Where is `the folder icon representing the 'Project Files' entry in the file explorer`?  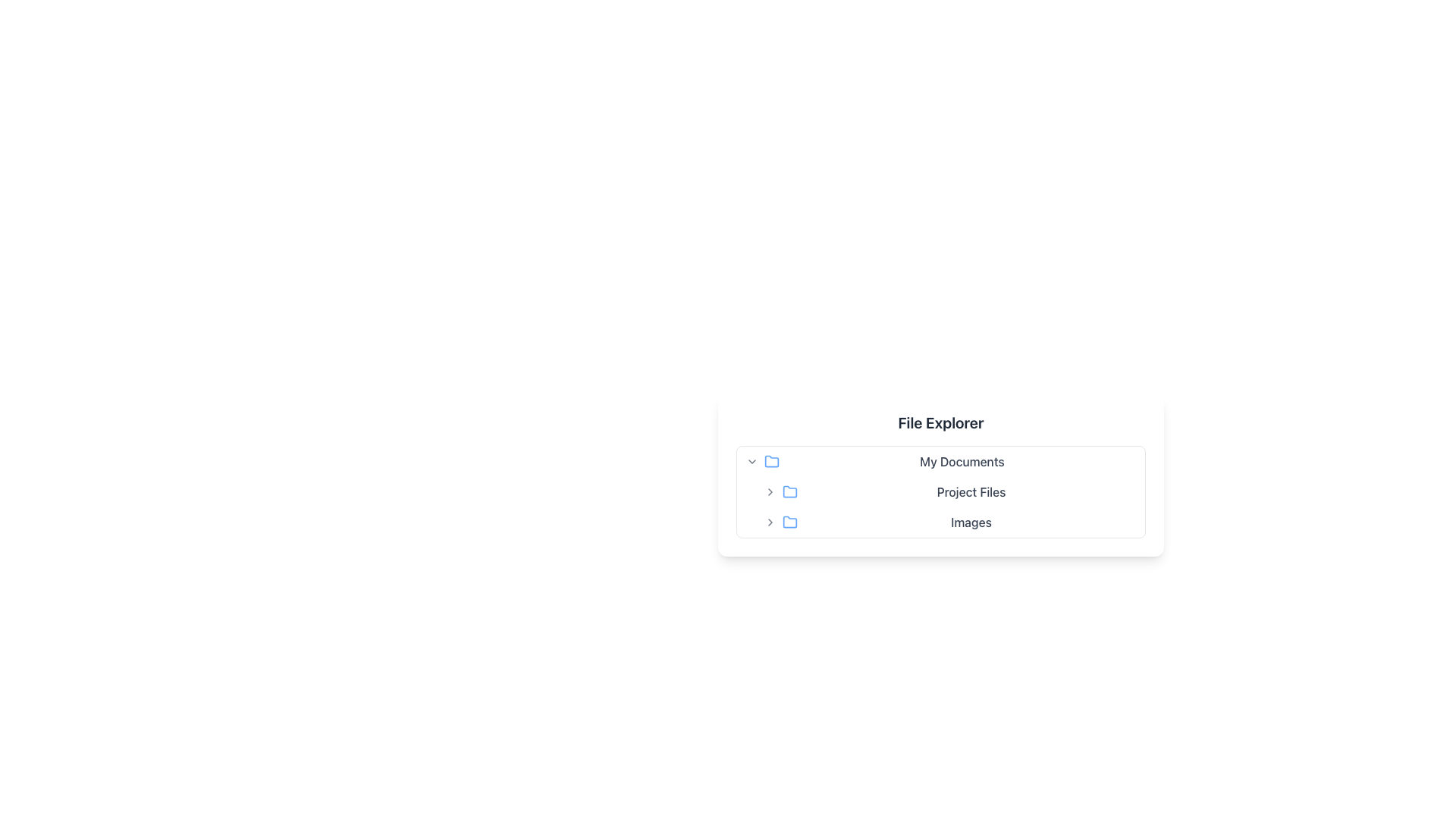
the folder icon representing the 'Project Files' entry in the file explorer is located at coordinates (789, 491).